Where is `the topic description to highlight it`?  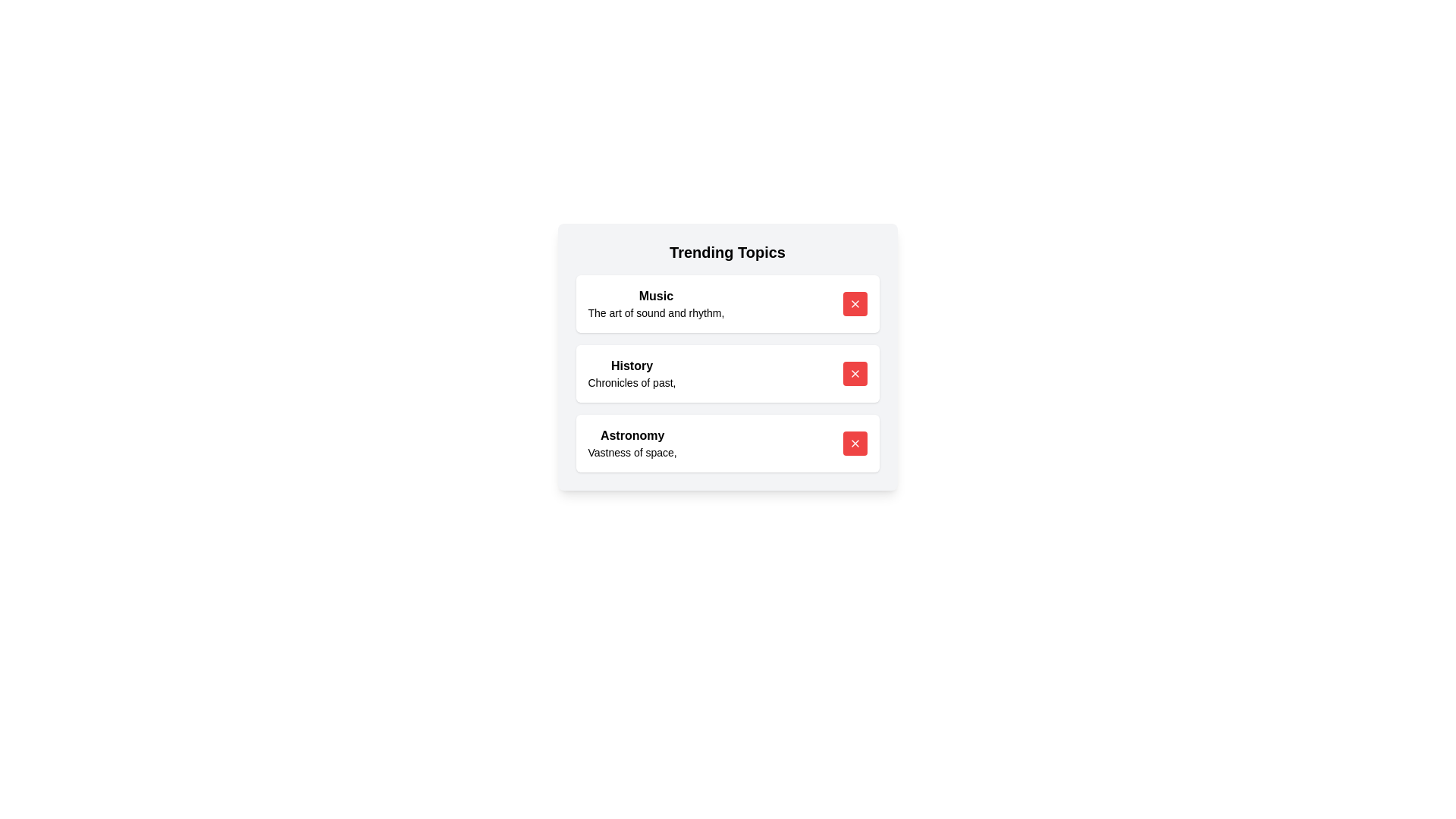
the topic description to highlight it is located at coordinates (655, 312).